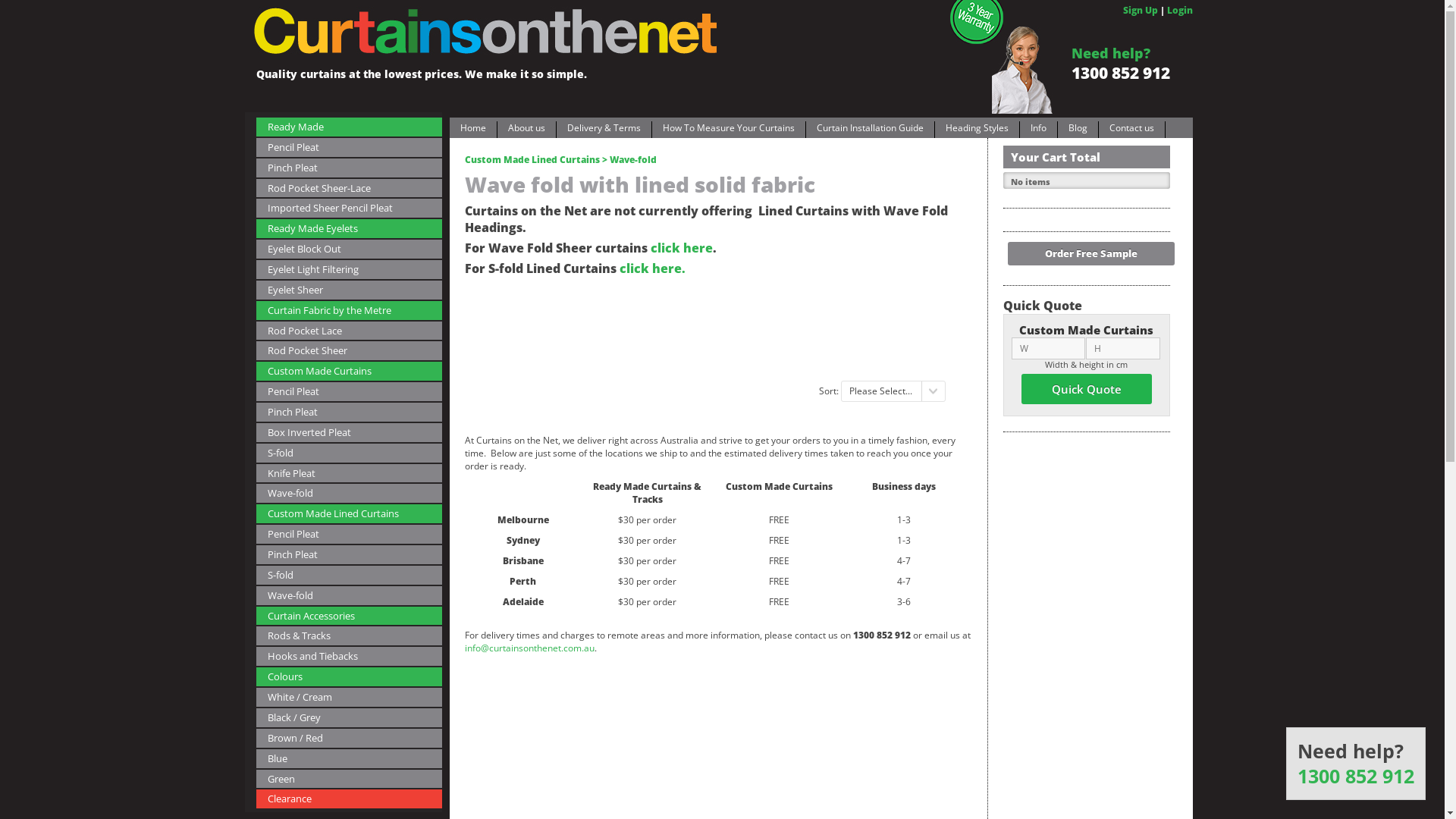 This screenshot has width=1456, height=819. I want to click on 'Curtain Fabric by the Metre', so click(256, 309).